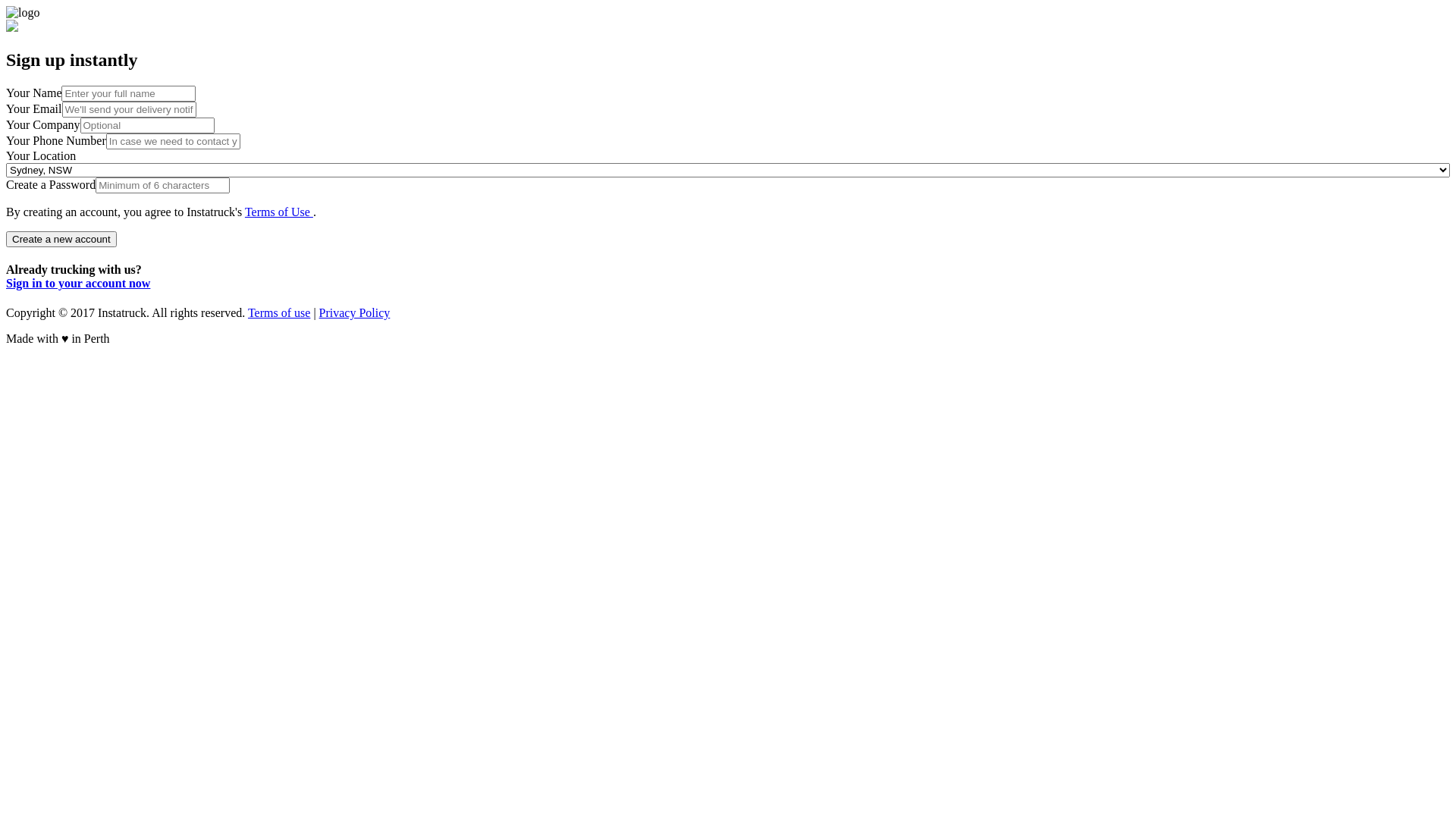 Image resolution: width=1456 pixels, height=819 pixels. Describe the element at coordinates (279, 312) in the screenshot. I see `'Terms of use'` at that location.